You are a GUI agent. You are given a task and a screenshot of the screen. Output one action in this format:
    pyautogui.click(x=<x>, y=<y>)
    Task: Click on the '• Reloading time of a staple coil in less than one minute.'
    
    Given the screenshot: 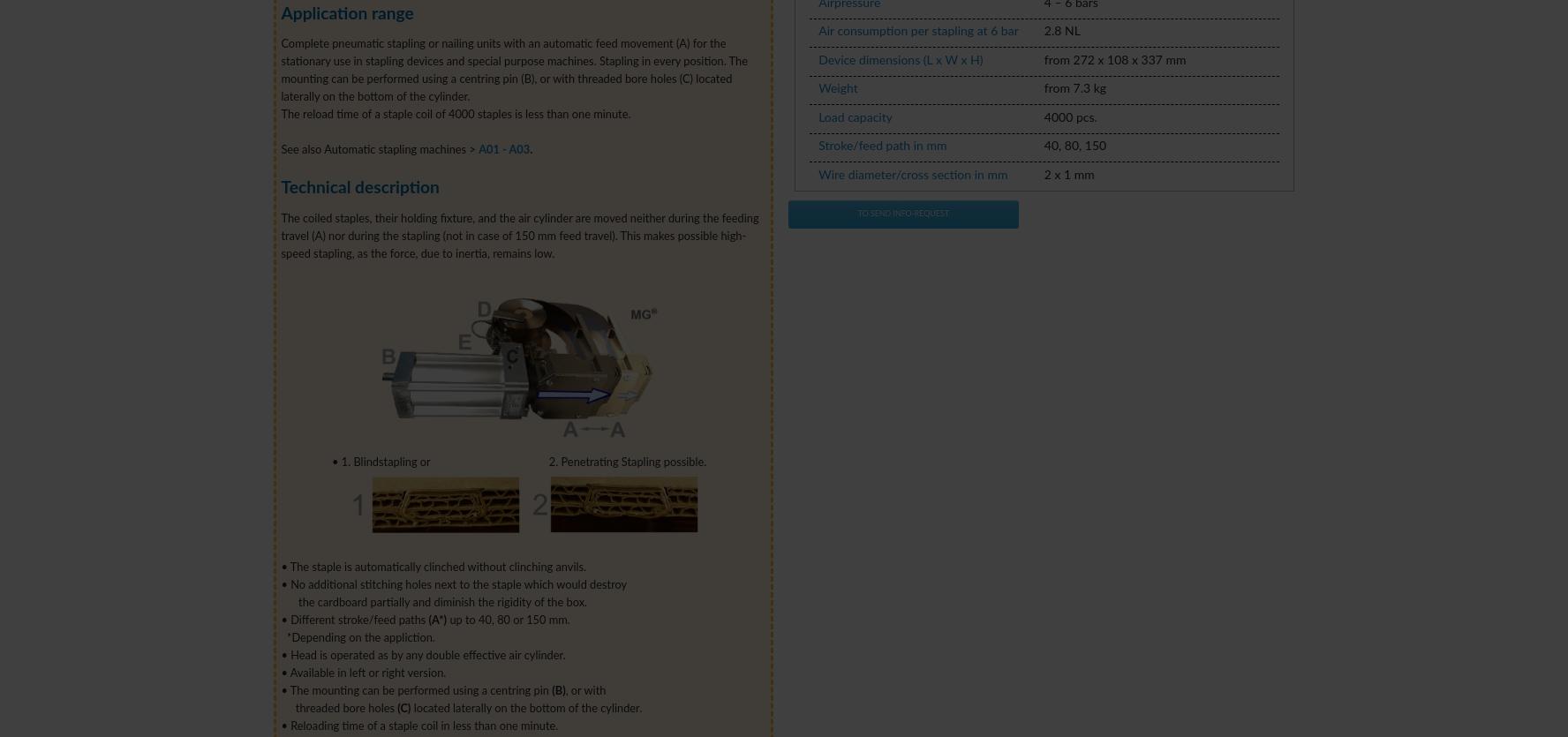 What is the action you would take?
    pyautogui.click(x=418, y=725)
    